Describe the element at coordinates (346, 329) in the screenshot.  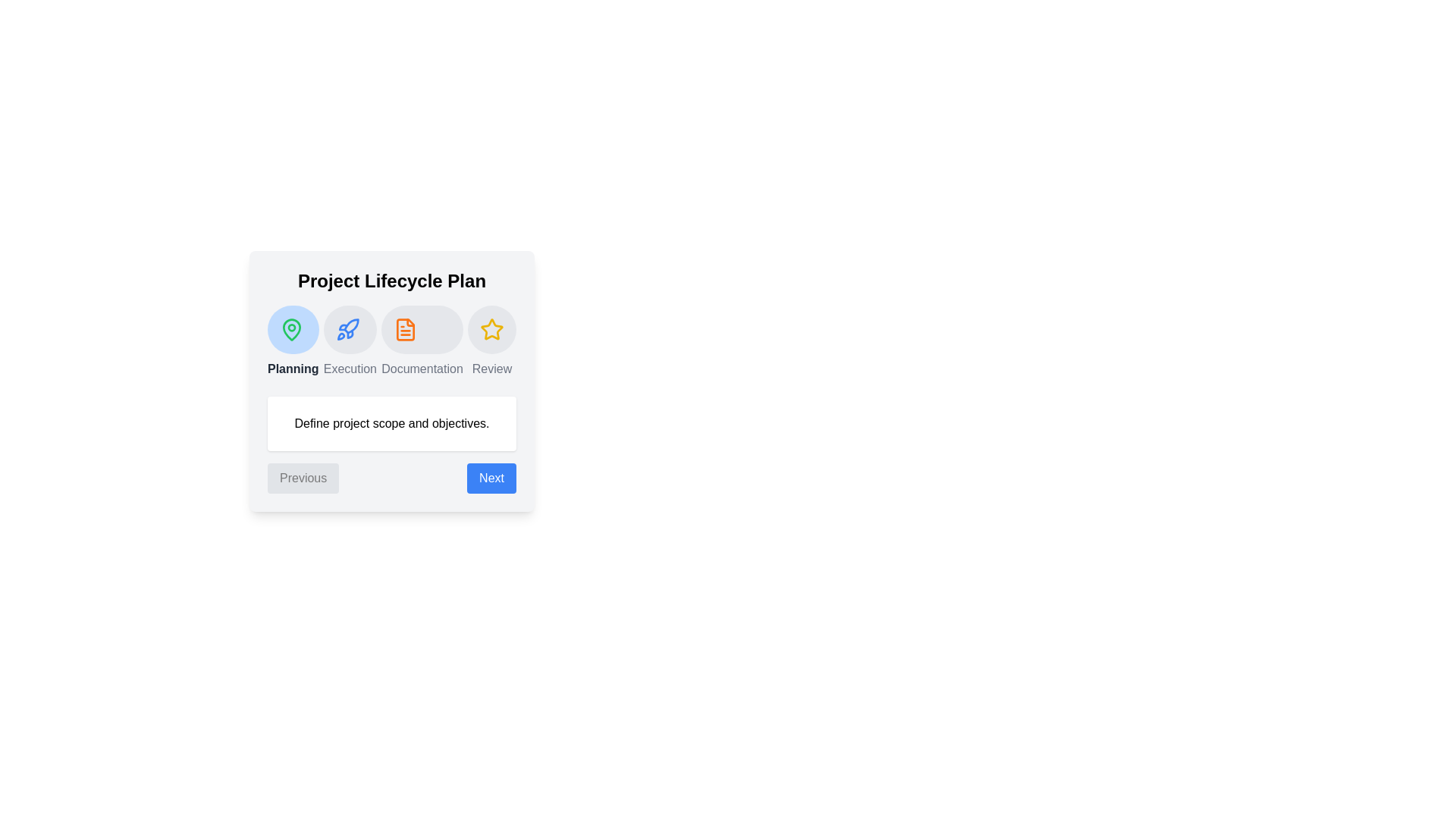
I see `the phase Execution by clicking on its icon or title` at that location.